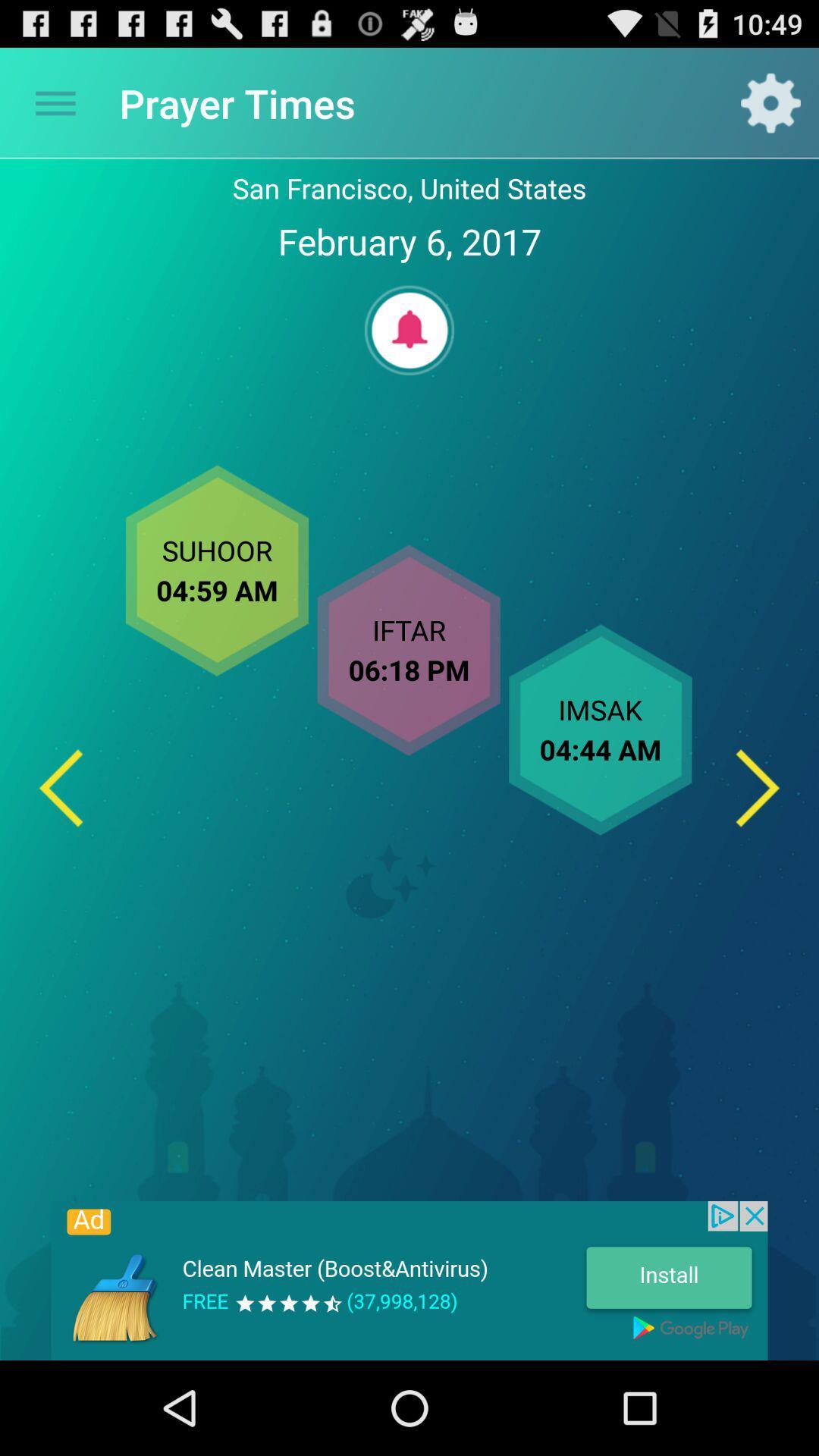 This screenshot has height=1456, width=819. I want to click on previous day, so click(60, 788).